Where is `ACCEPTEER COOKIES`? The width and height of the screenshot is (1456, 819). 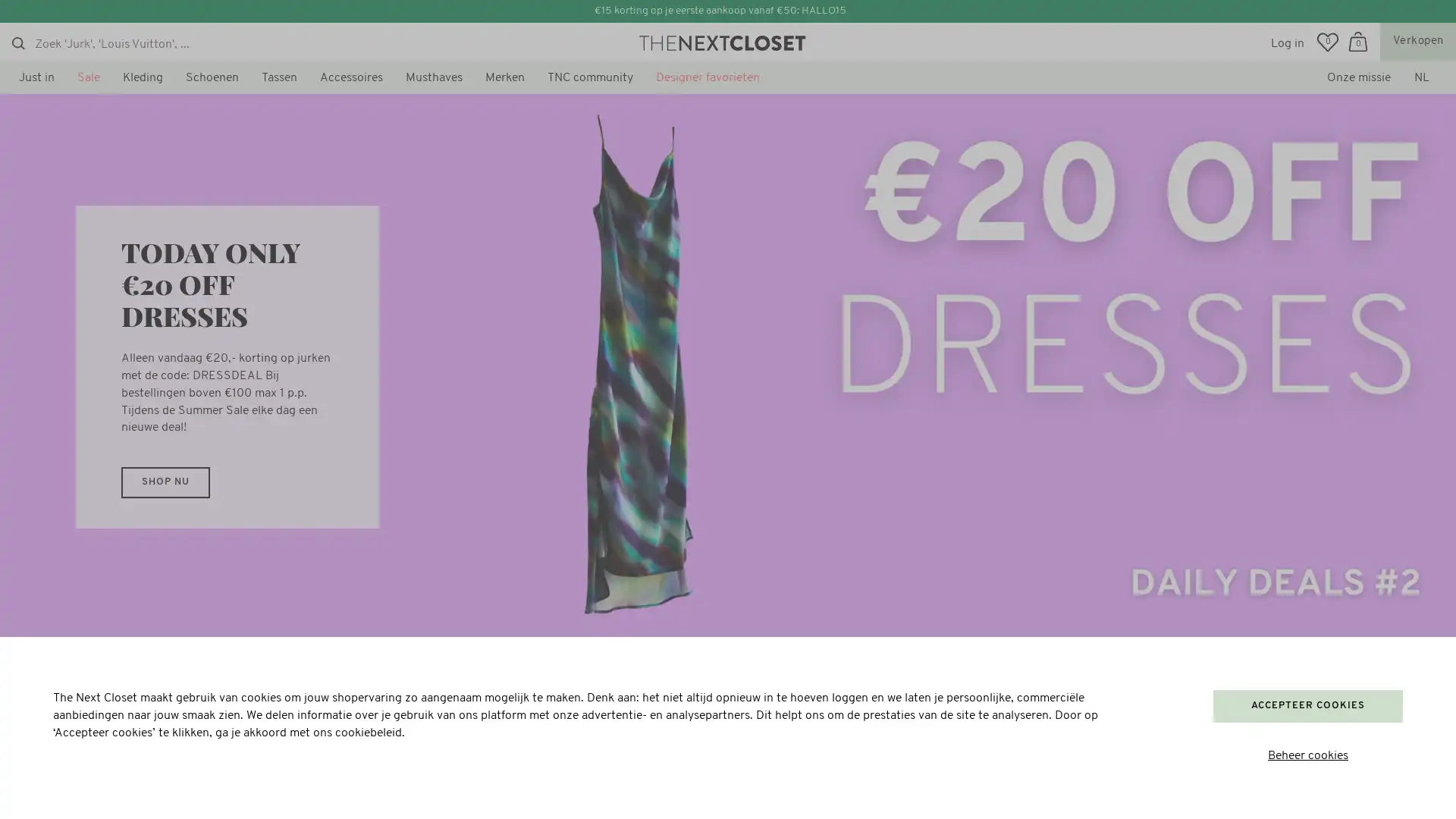
ACCEPTEER COOKIES is located at coordinates (1307, 705).